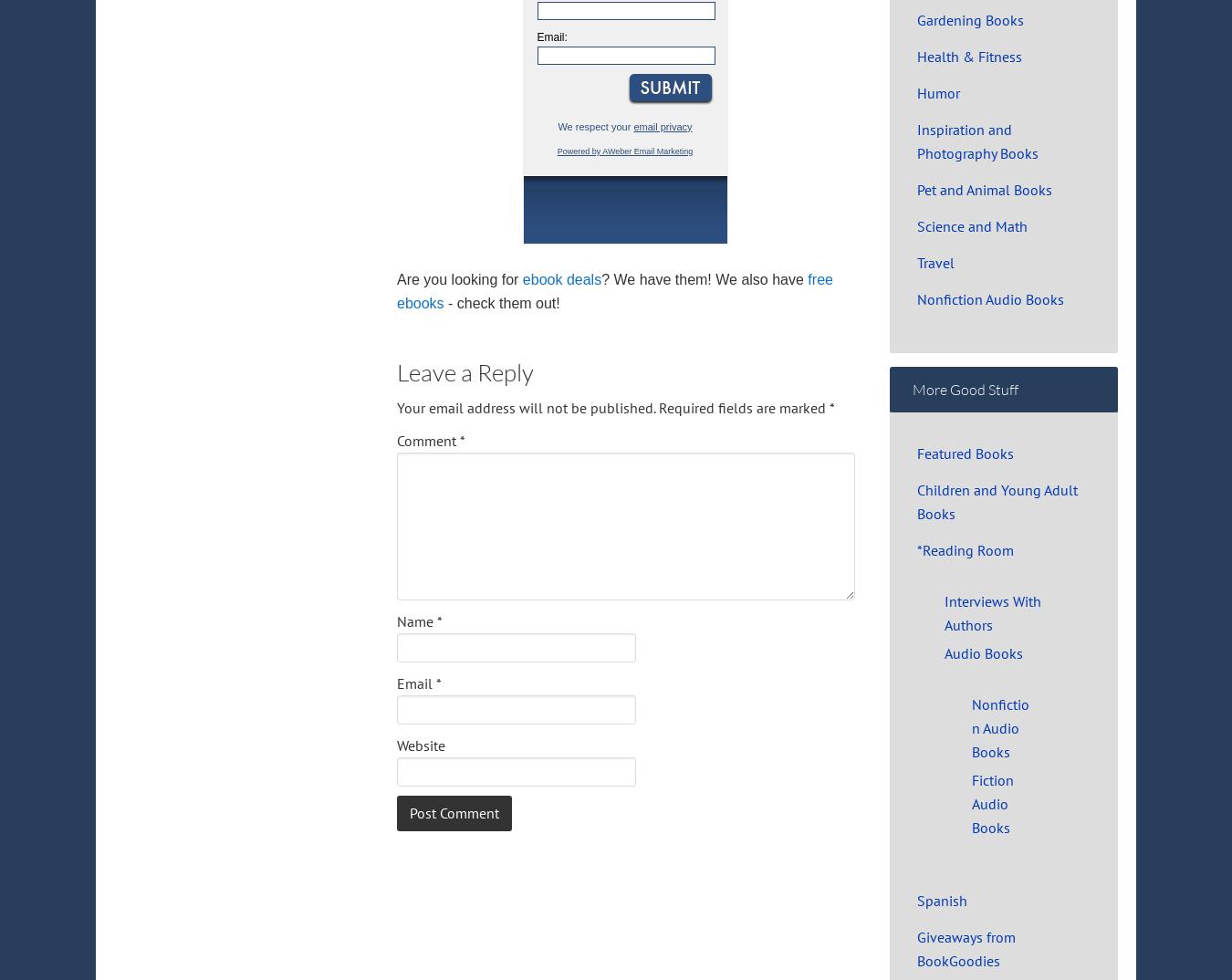 The image size is (1232, 980). I want to click on 'Interviews With Authors', so click(992, 611).